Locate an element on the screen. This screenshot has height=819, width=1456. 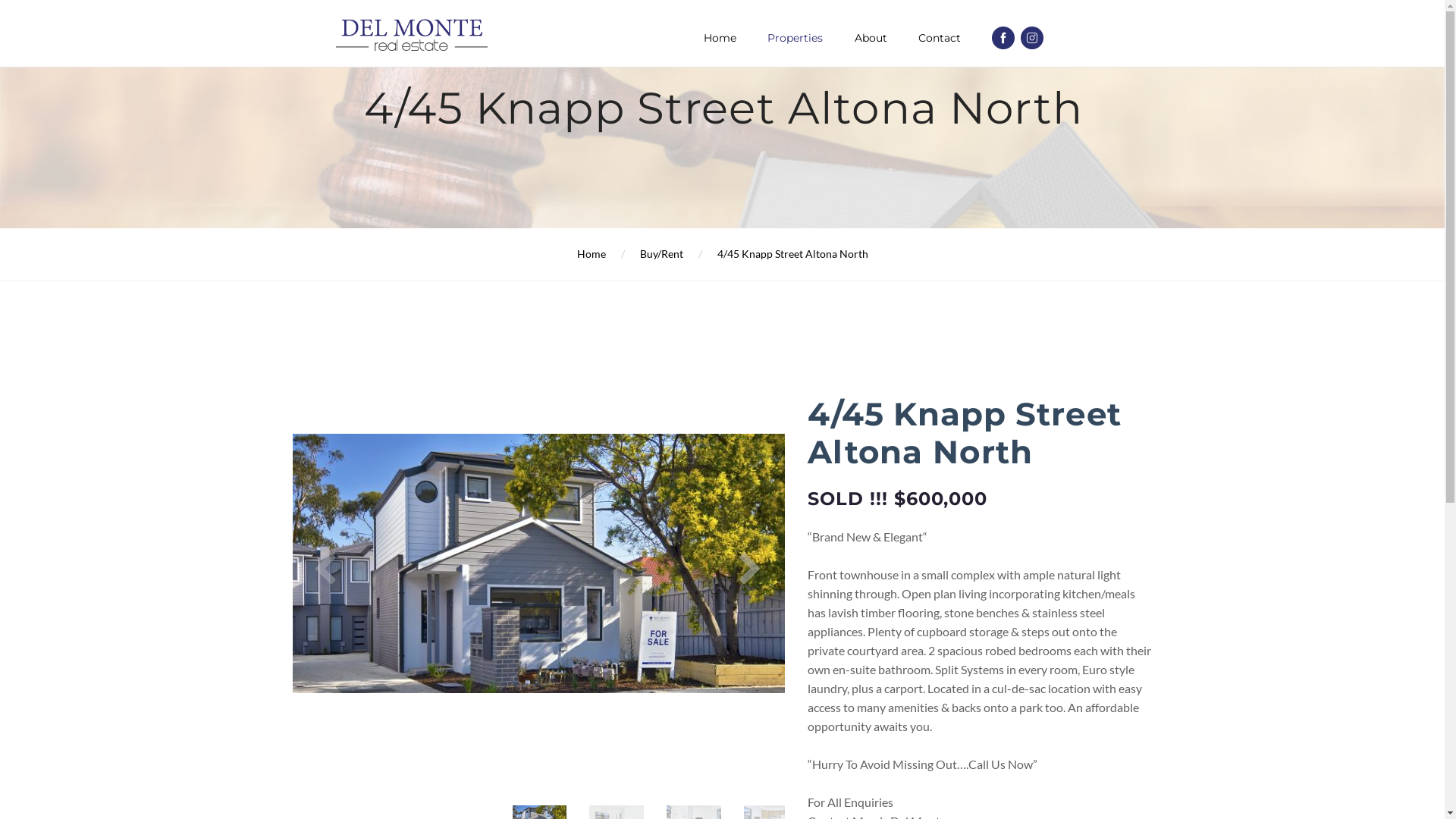
'Buy/Rent' is located at coordinates (661, 253).